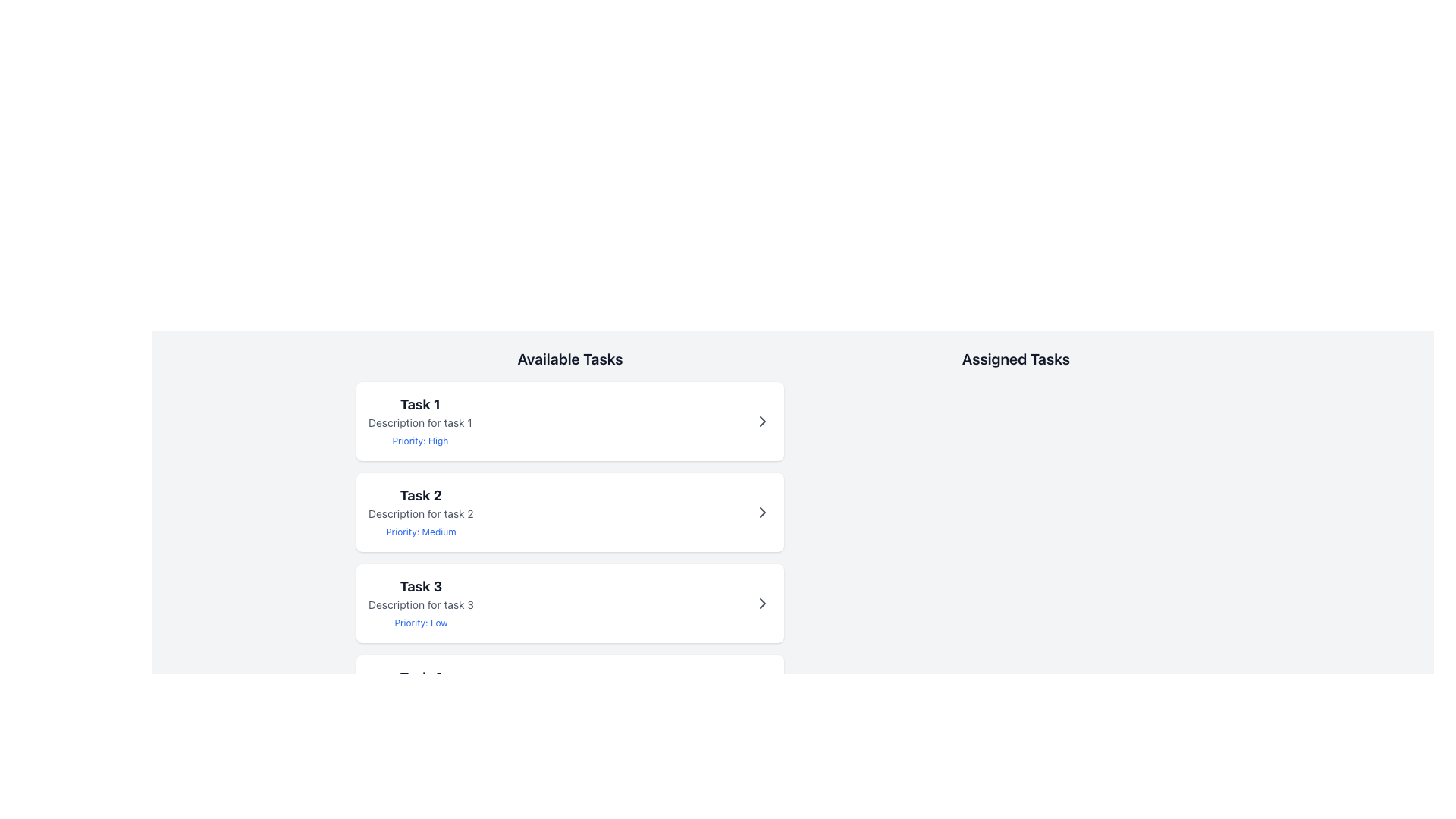 The image size is (1456, 819). Describe the element at coordinates (763, 512) in the screenshot. I see `the chevron SVG icon associated with Task 2 in the 'Available Tasks' column` at that location.